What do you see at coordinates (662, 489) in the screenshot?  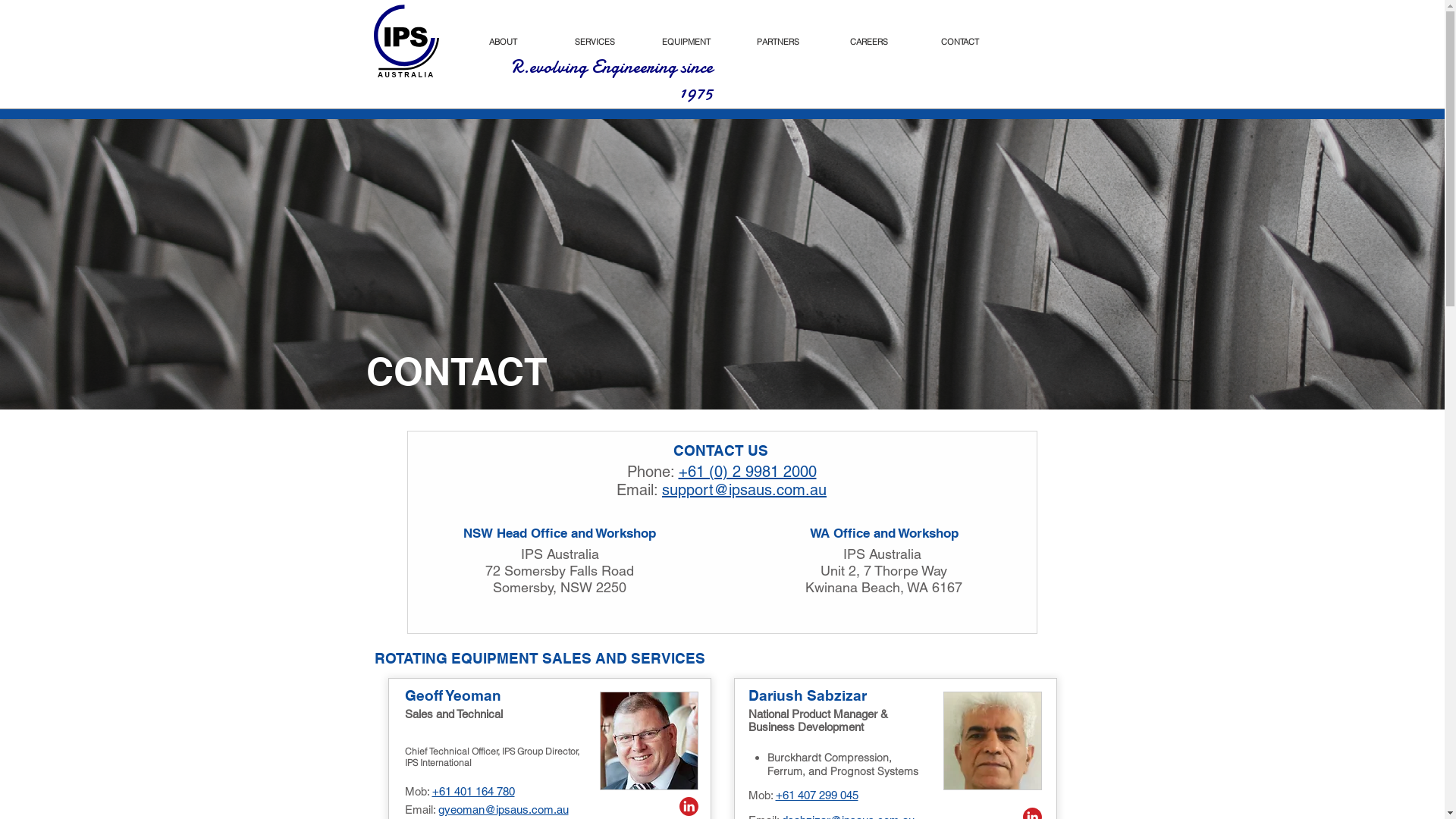 I see `'support@ipsaus.com.au'` at bounding box center [662, 489].